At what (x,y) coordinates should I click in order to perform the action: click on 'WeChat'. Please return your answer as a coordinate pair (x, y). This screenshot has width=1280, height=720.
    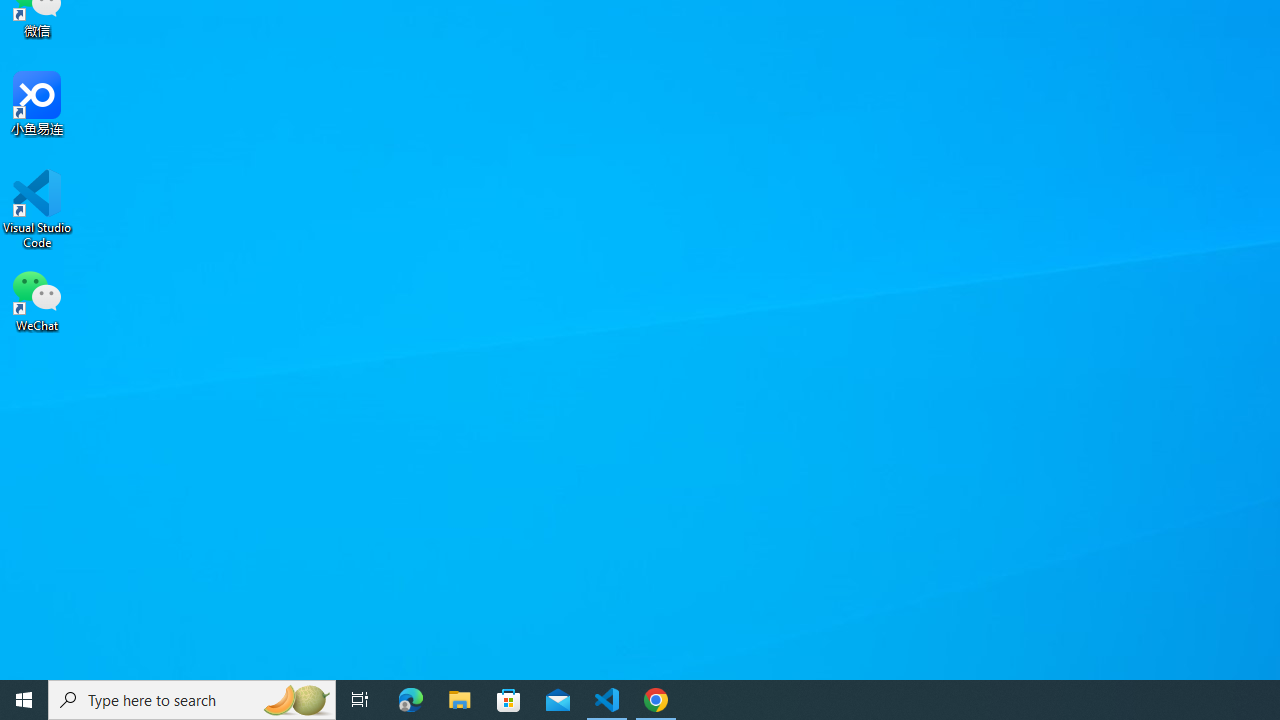
    Looking at the image, I should click on (37, 299).